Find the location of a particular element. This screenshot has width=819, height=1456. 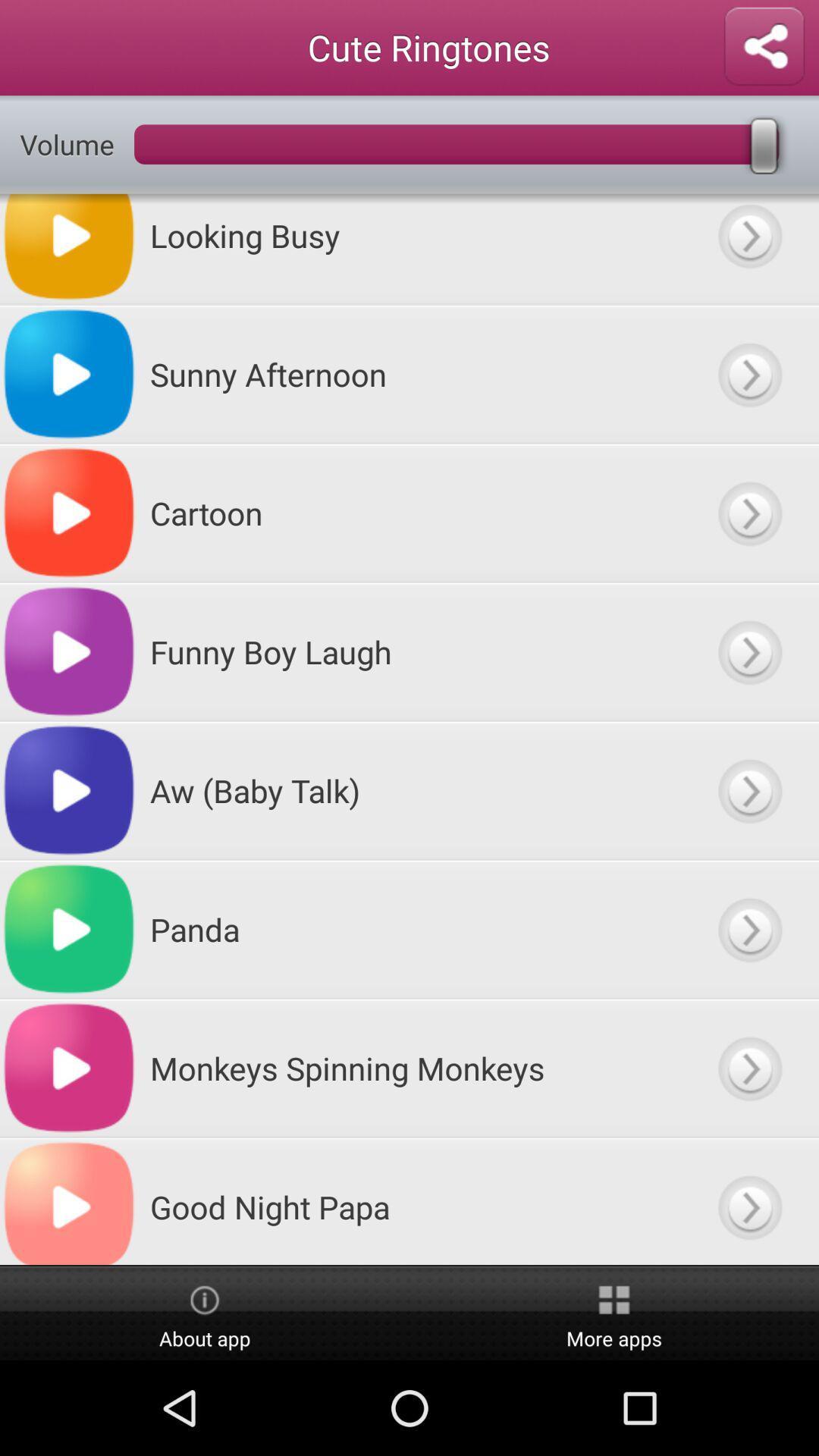

next is located at coordinates (748, 928).